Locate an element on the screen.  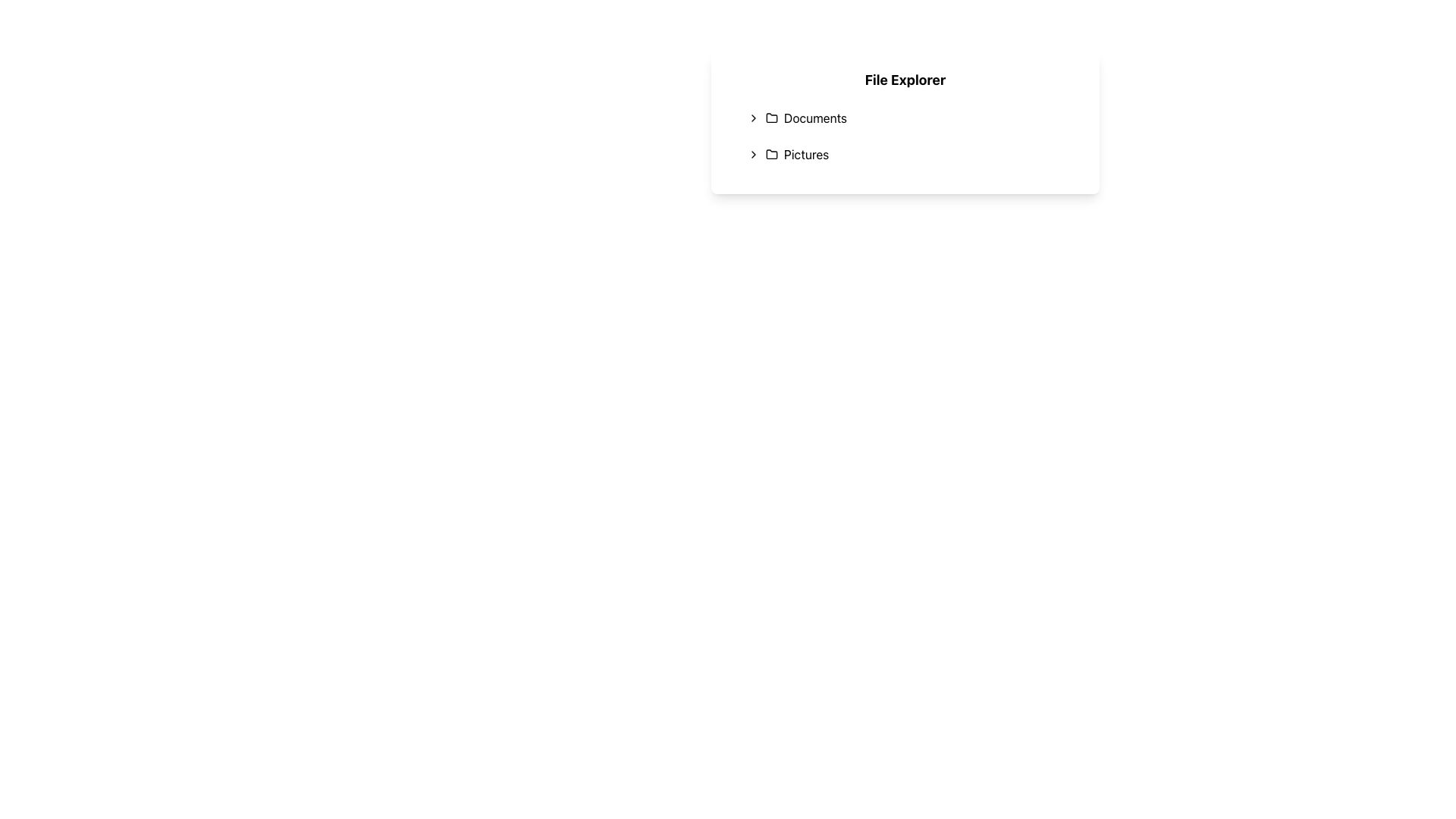
the right-pointing chevron icon button located within the 'Documents' entry in the file explorer panel is located at coordinates (753, 117).